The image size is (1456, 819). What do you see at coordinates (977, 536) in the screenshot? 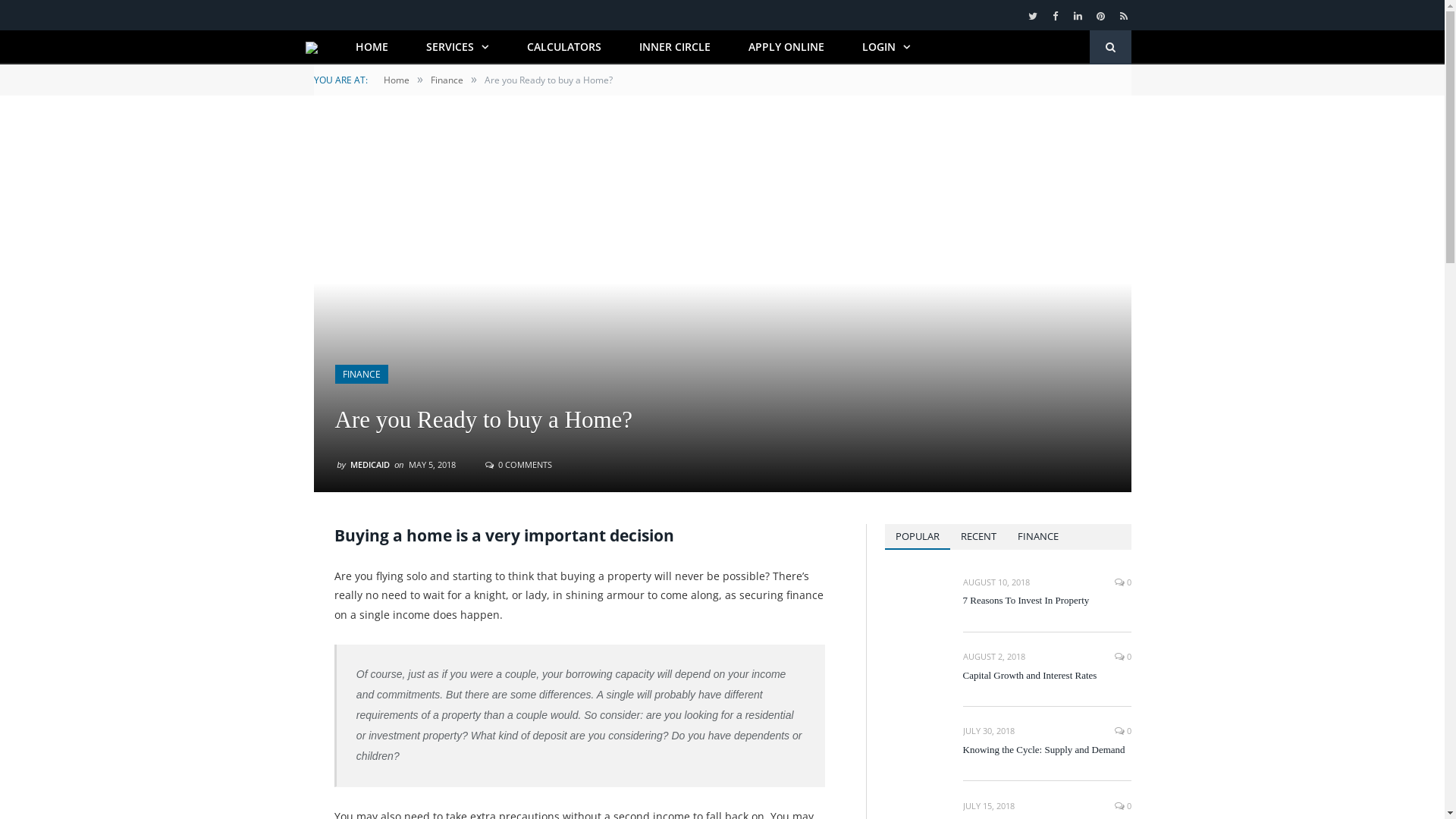
I see `'RECENT'` at bounding box center [977, 536].